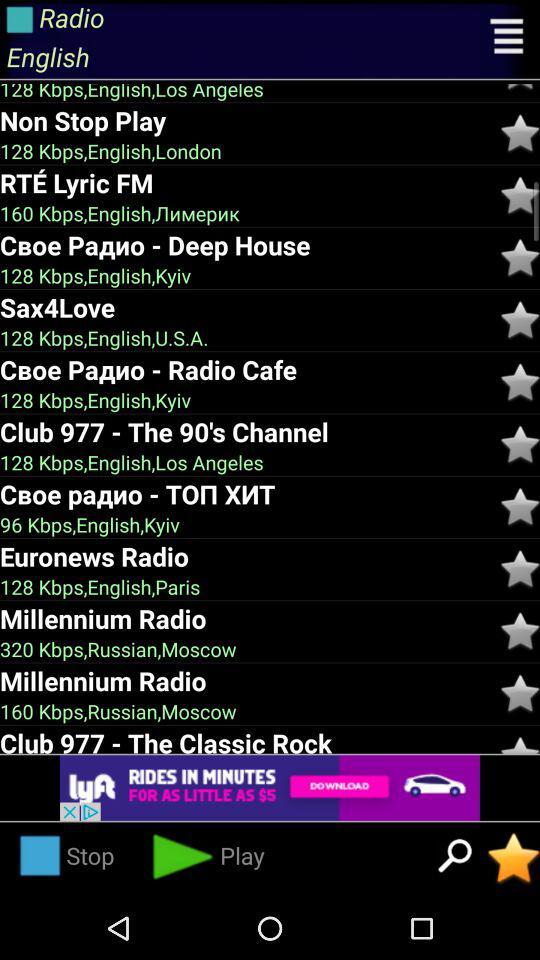 This screenshot has height=960, width=540. Describe the element at coordinates (520, 257) in the screenshot. I see `click the star option` at that location.